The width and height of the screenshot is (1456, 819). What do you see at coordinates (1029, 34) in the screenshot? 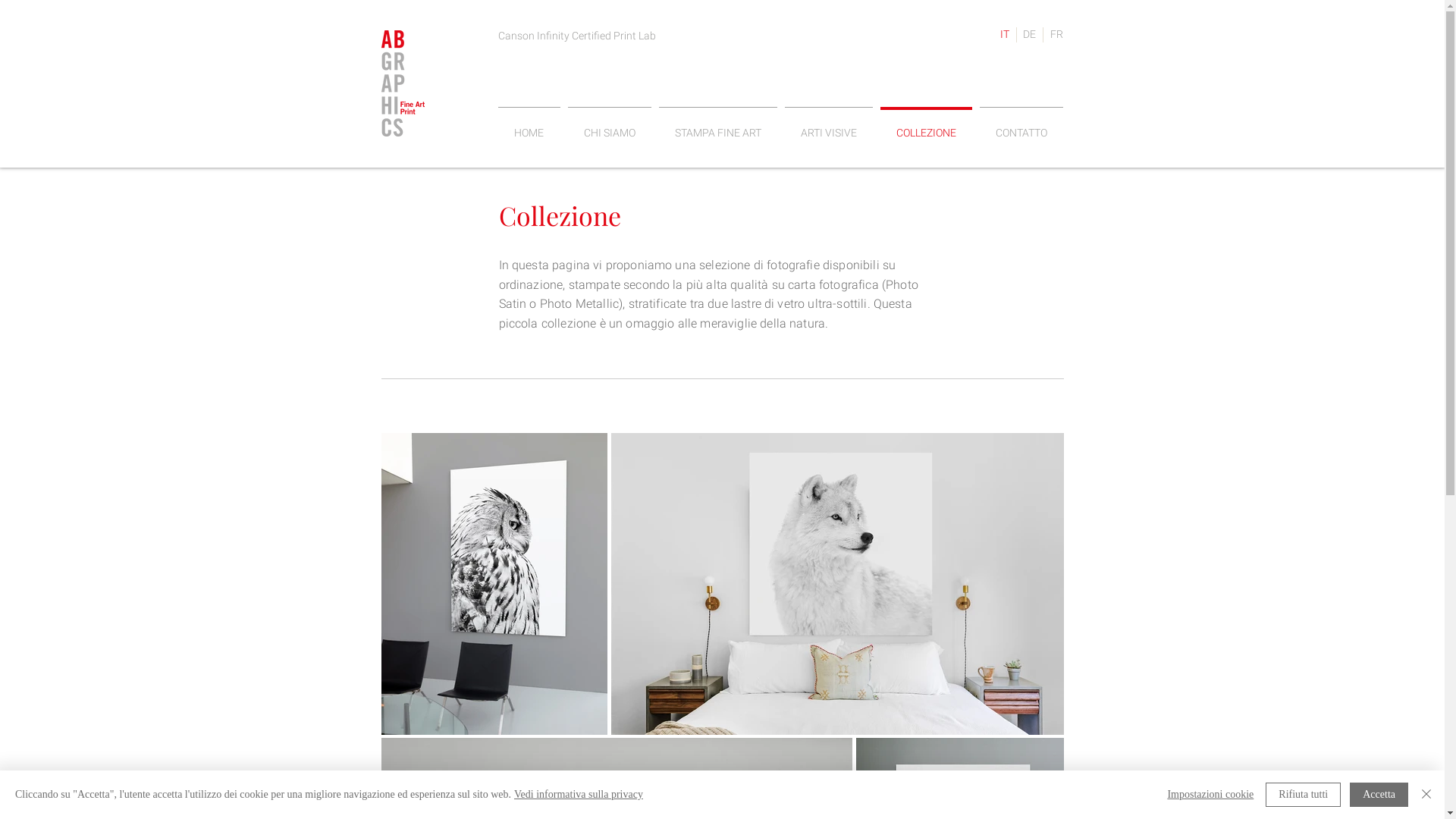
I see `'DE'` at bounding box center [1029, 34].